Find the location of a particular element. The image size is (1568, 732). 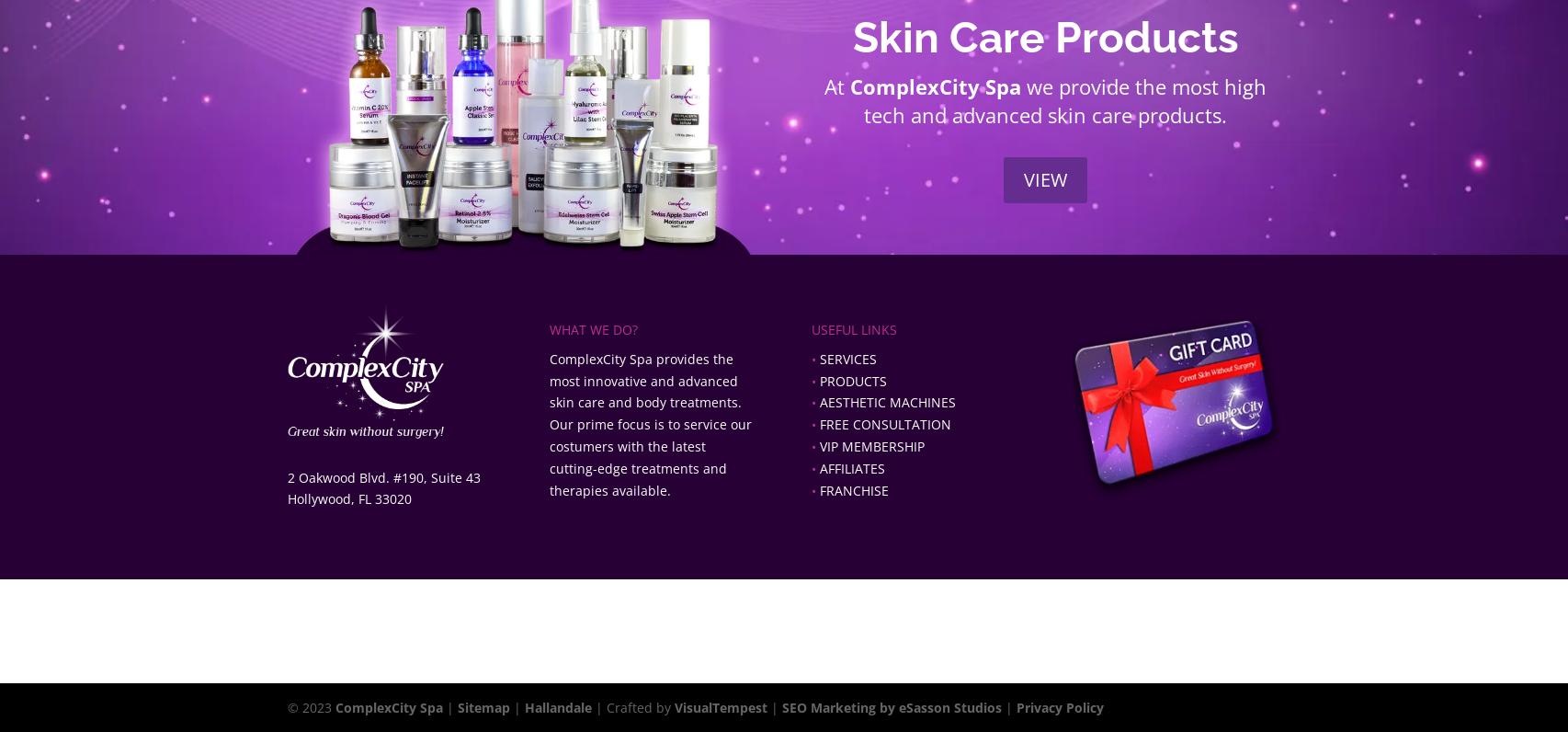

'Hallandale' is located at coordinates (523, 707).